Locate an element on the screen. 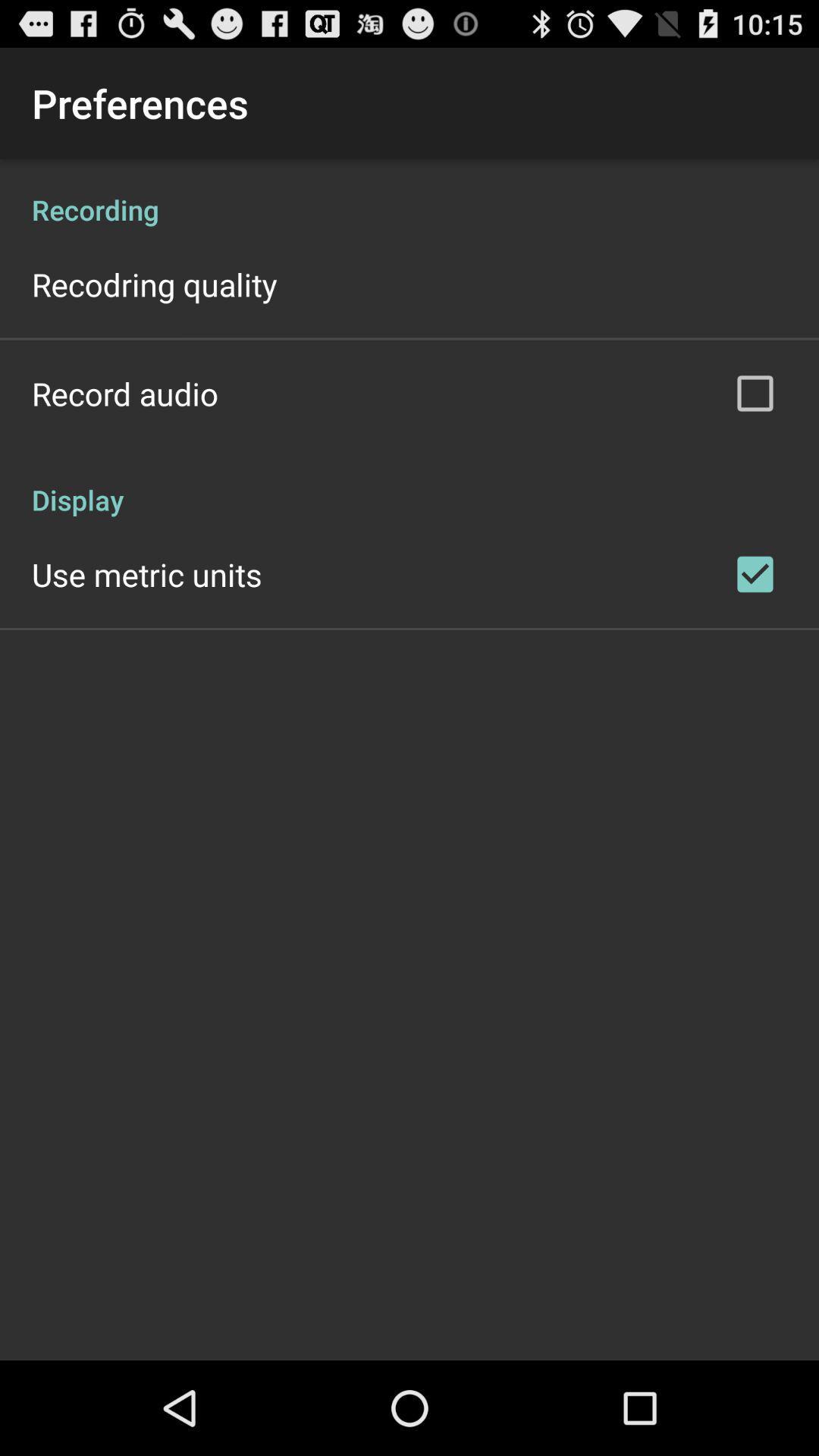 The image size is (819, 1456). the use metric units app is located at coordinates (146, 573).